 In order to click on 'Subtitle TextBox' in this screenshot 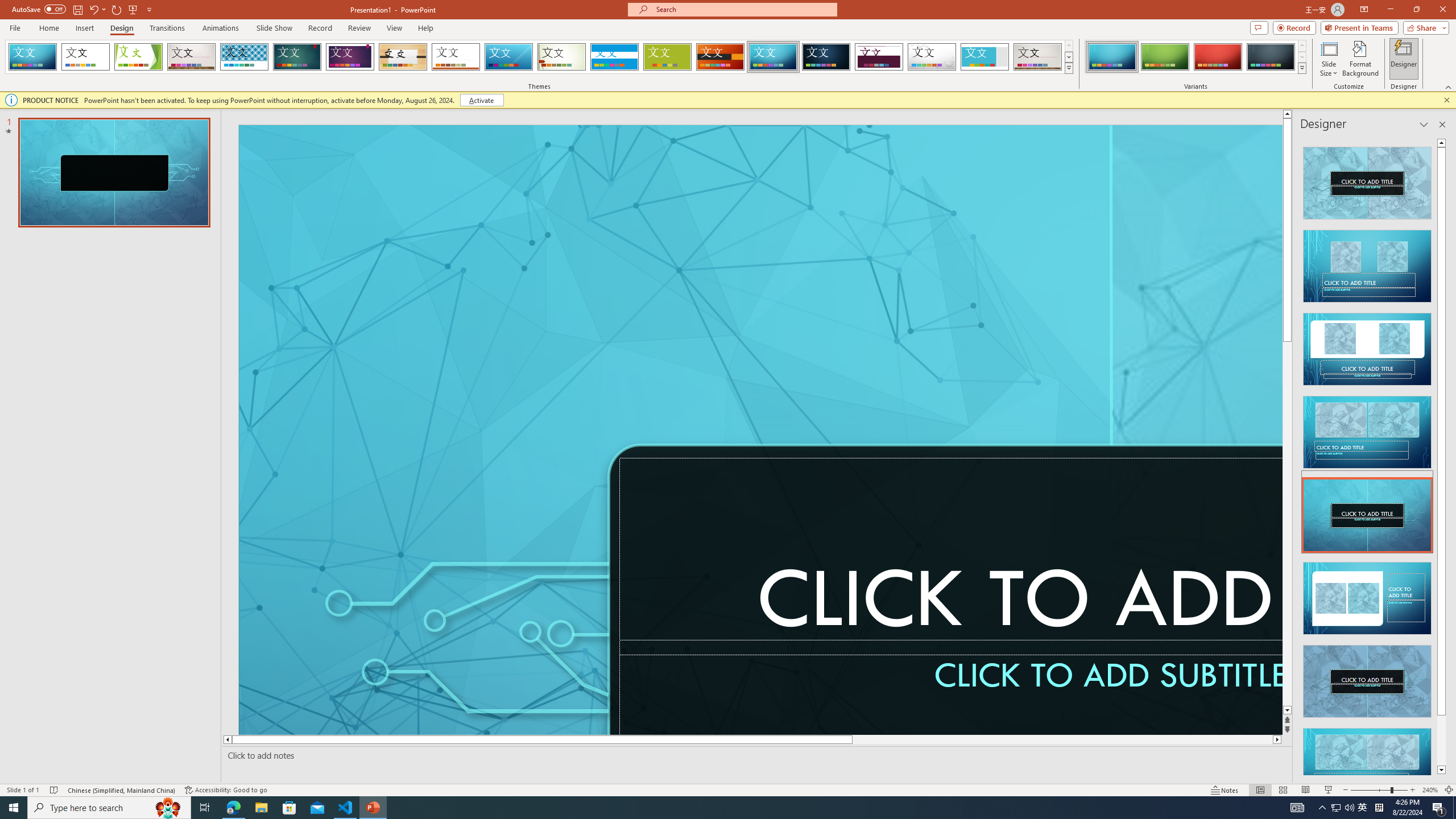, I will do `click(950, 686)`.